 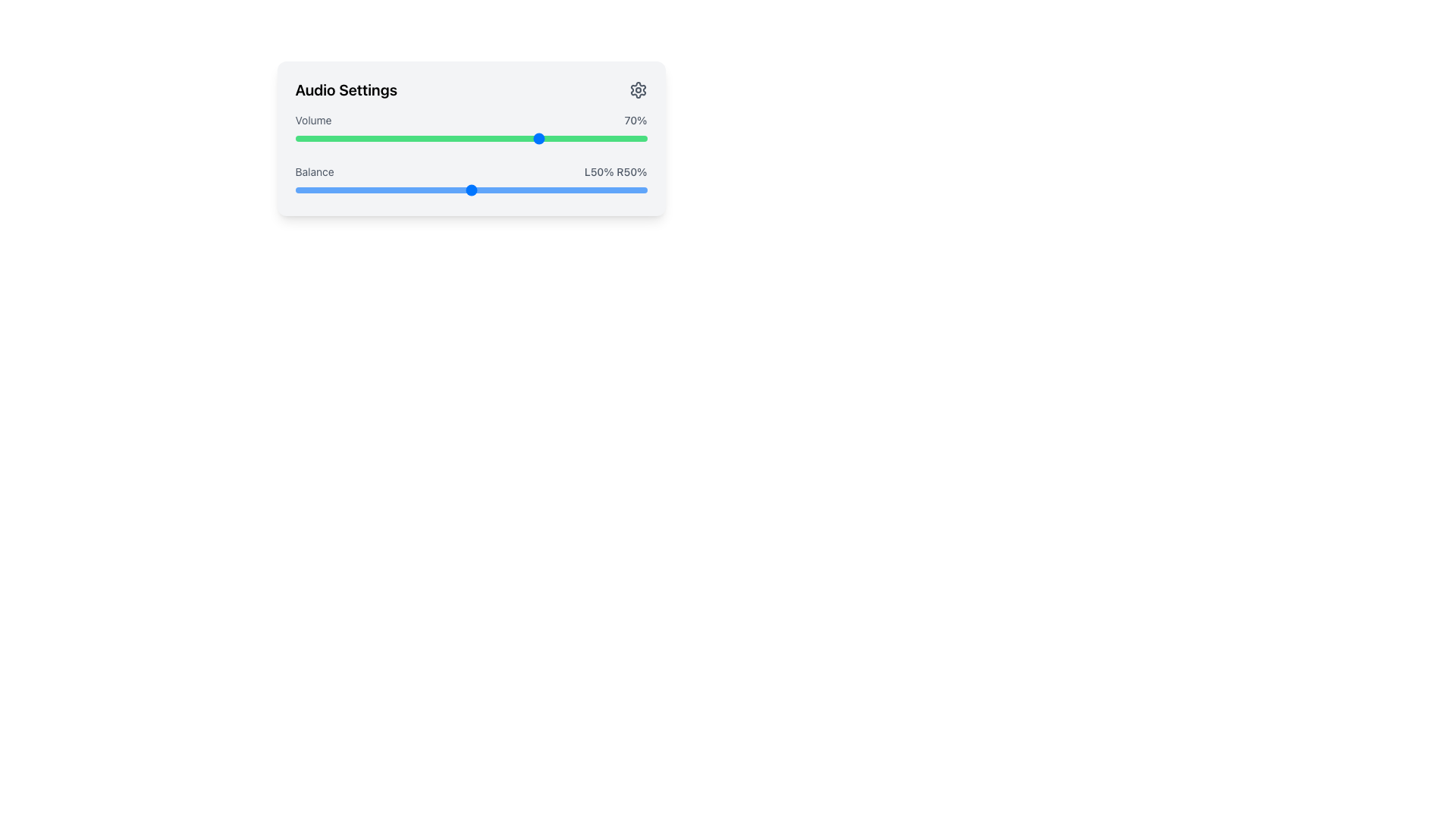 What do you see at coordinates (474, 189) in the screenshot?
I see `the balance` at bounding box center [474, 189].